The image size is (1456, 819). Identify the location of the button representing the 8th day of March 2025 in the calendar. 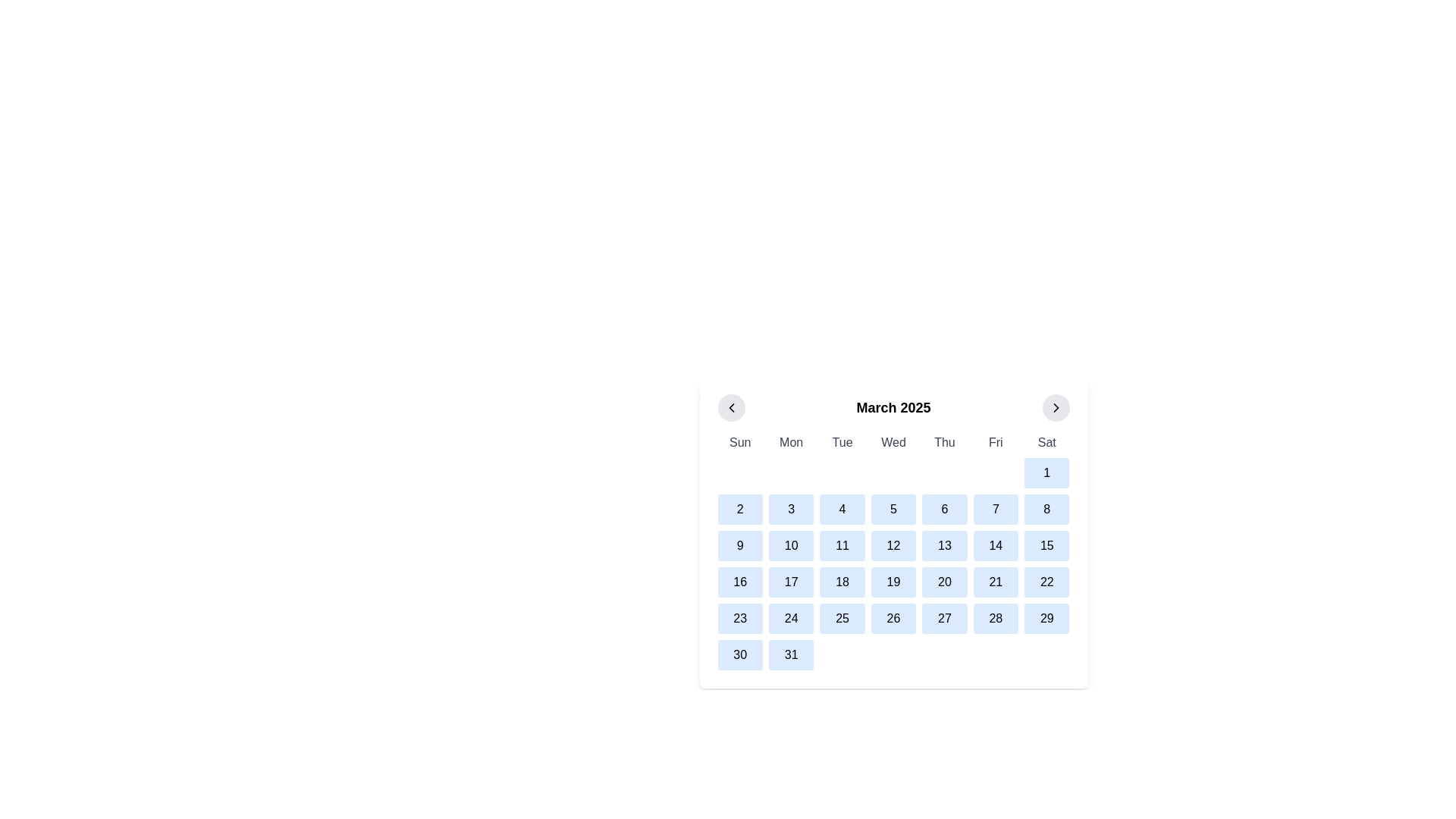
(1046, 509).